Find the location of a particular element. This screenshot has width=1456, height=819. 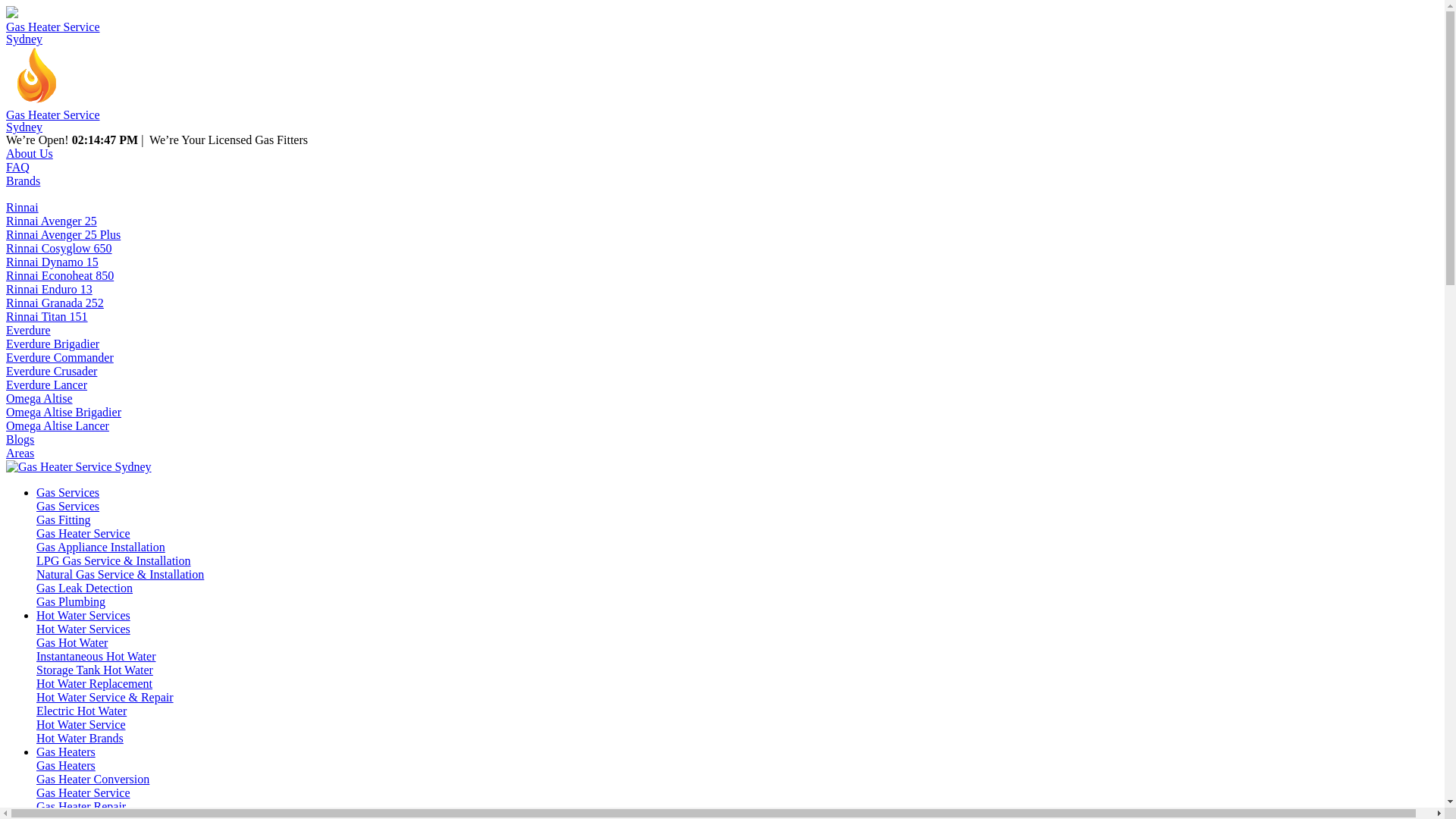

'Rinnai Econoheat 850' is located at coordinates (59, 275).